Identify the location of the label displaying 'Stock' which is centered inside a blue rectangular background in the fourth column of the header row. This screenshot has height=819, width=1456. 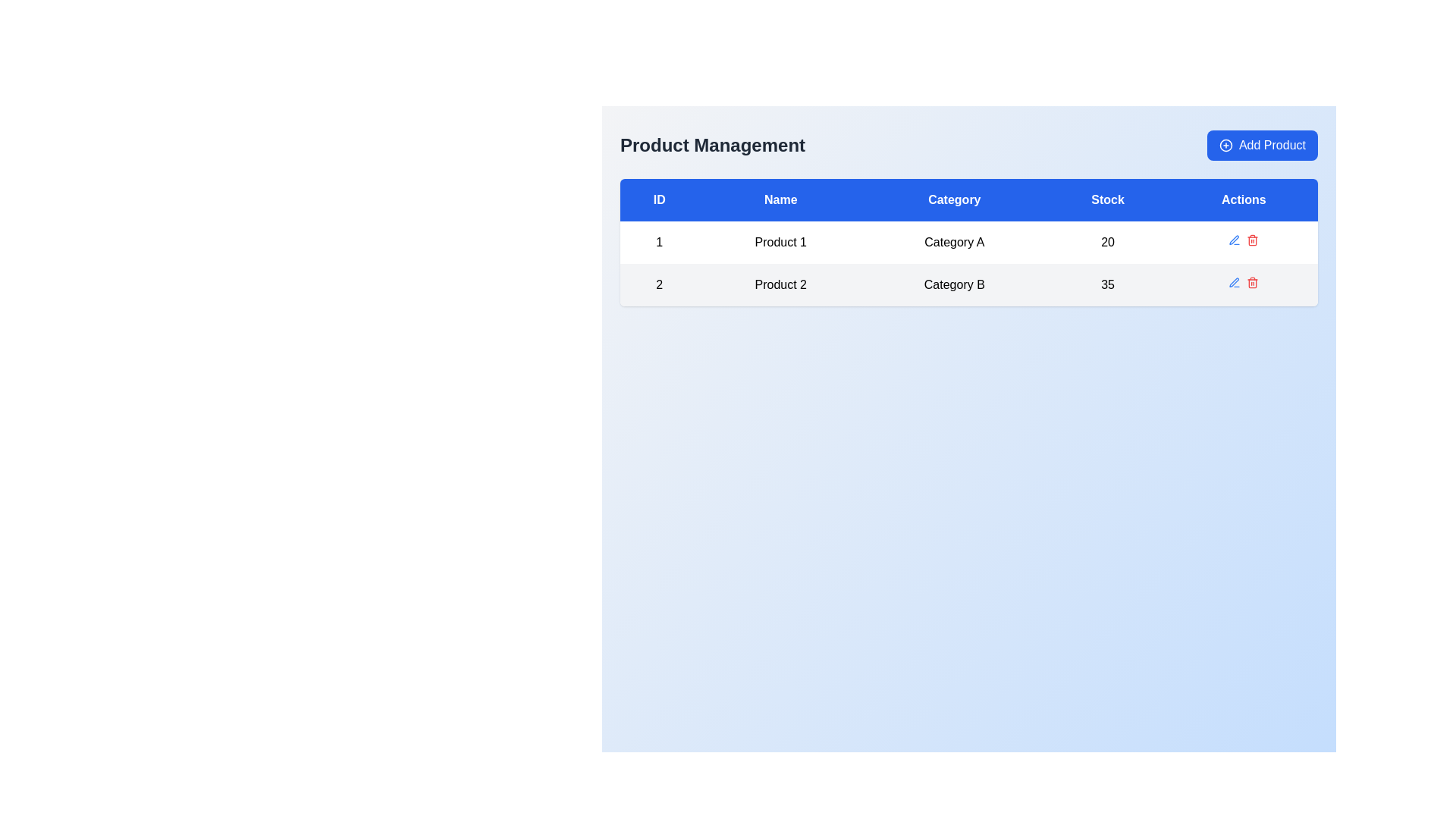
(1108, 199).